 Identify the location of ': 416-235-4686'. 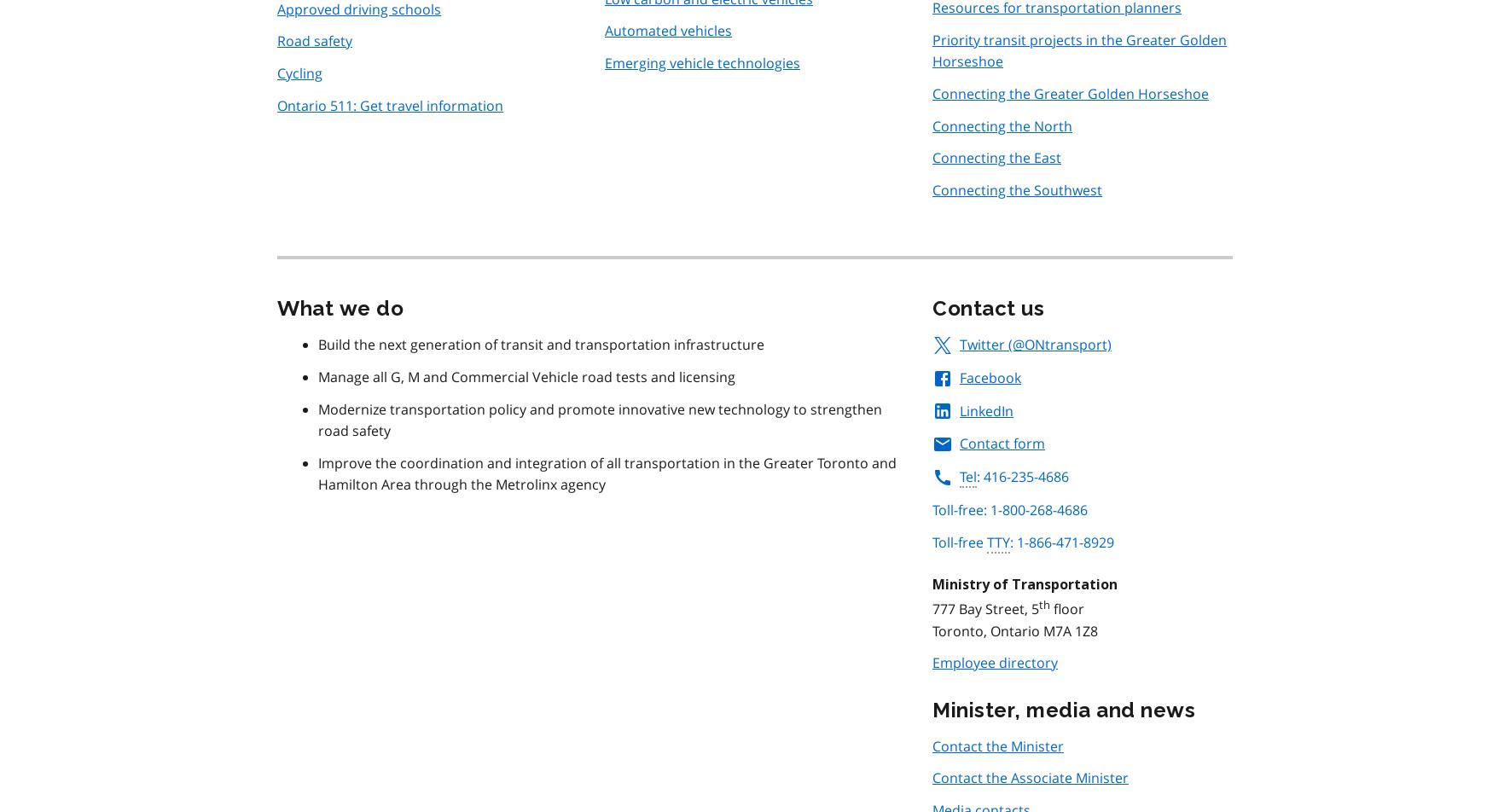
(977, 477).